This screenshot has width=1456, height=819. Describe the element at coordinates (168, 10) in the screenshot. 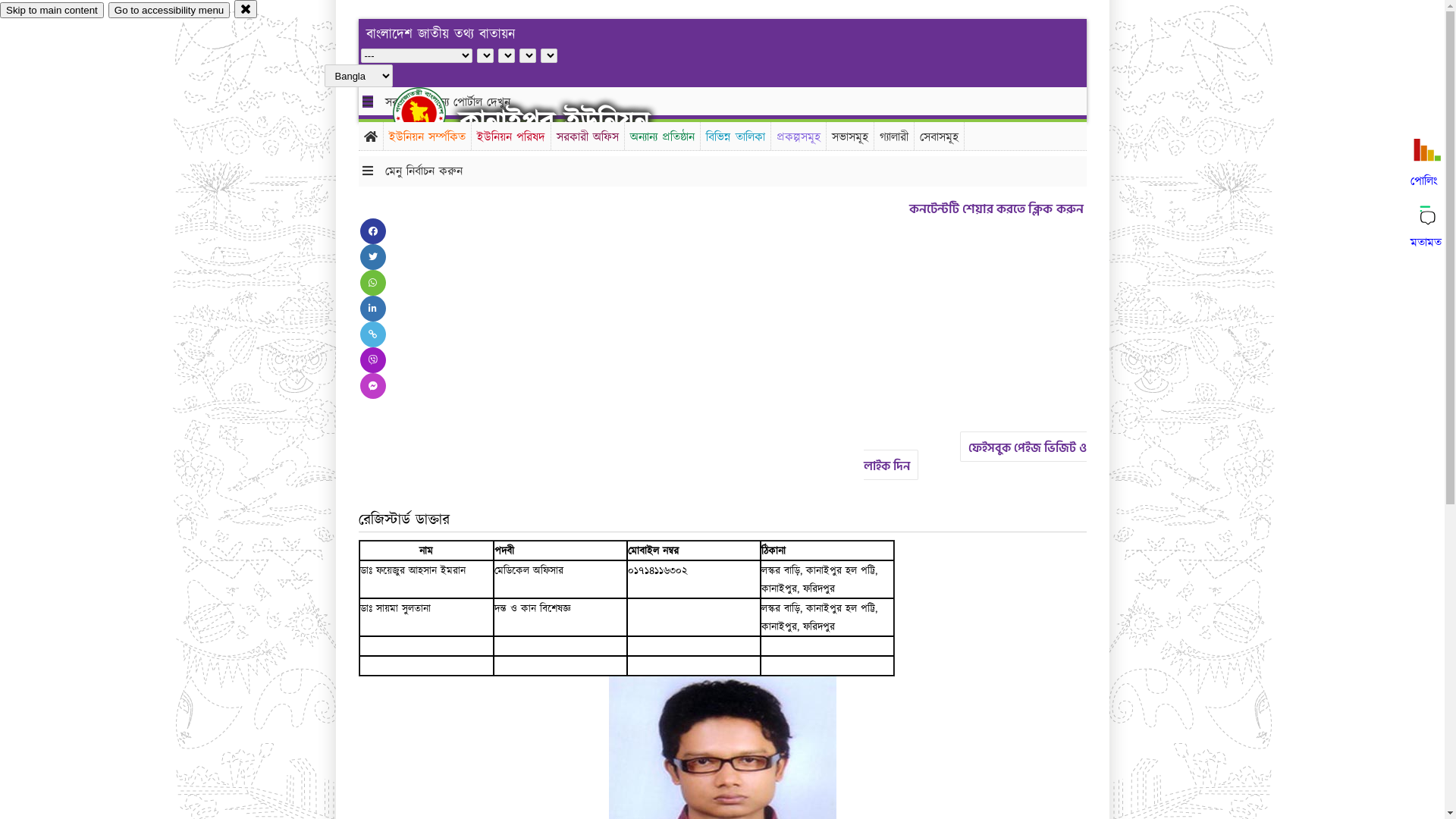

I see `'Go to accessibility menu'` at that location.